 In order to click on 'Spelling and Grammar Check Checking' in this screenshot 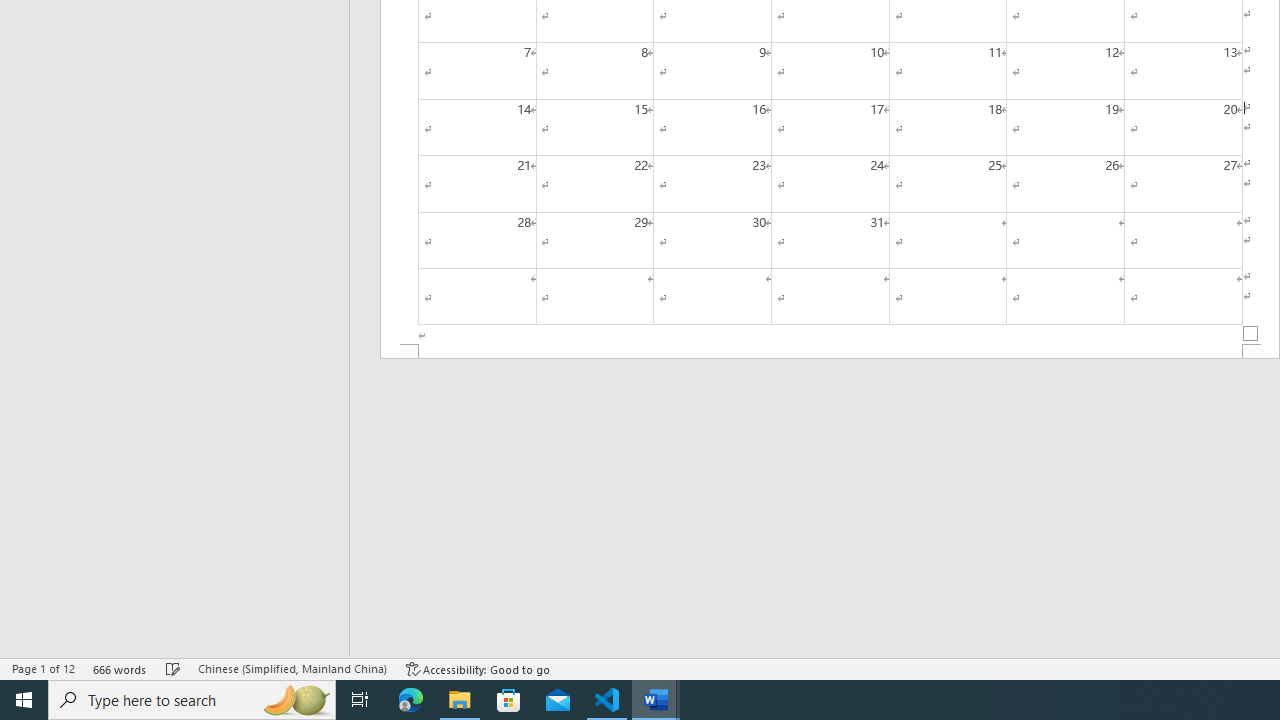, I will do `click(173, 669)`.